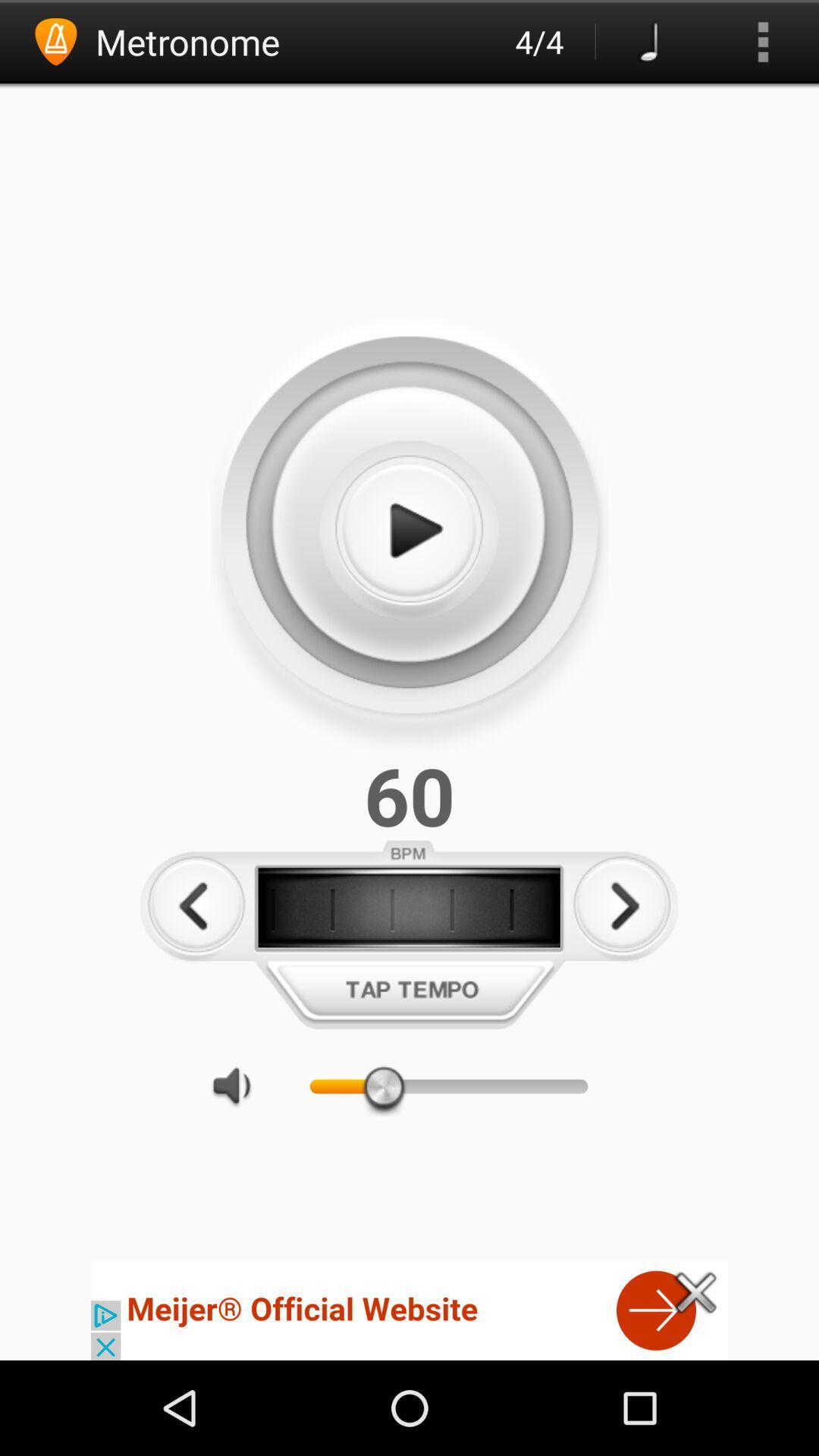 The height and width of the screenshot is (1456, 819). Describe the element at coordinates (196, 969) in the screenshot. I see `the arrow_backward icon` at that location.